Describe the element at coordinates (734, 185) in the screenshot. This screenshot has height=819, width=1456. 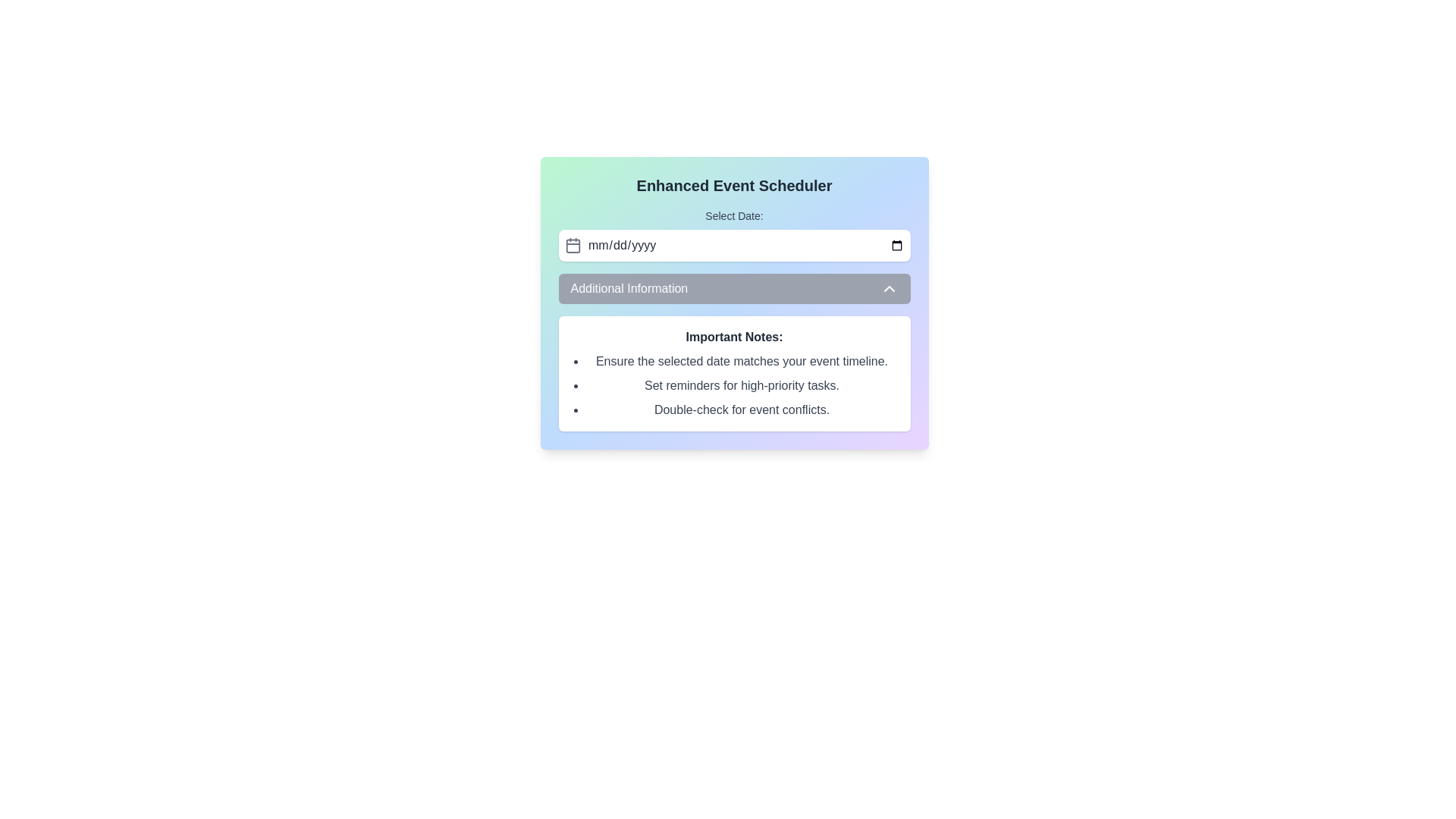
I see `header text 'Enhanced Event Scheduler' displayed in bold black within a pastel-gradient card at the top of the interface` at that location.